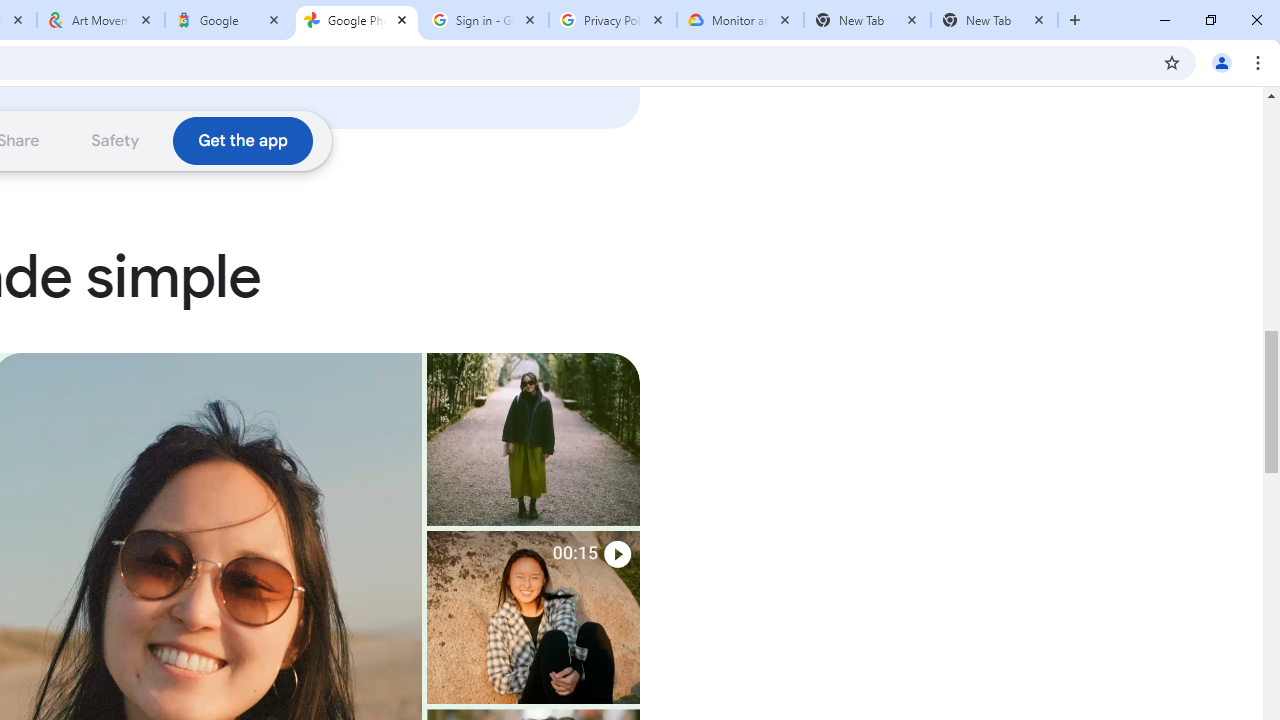 The height and width of the screenshot is (720, 1280). What do you see at coordinates (994, 20) in the screenshot?
I see `'New Tab'` at bounding box center [994, 20].